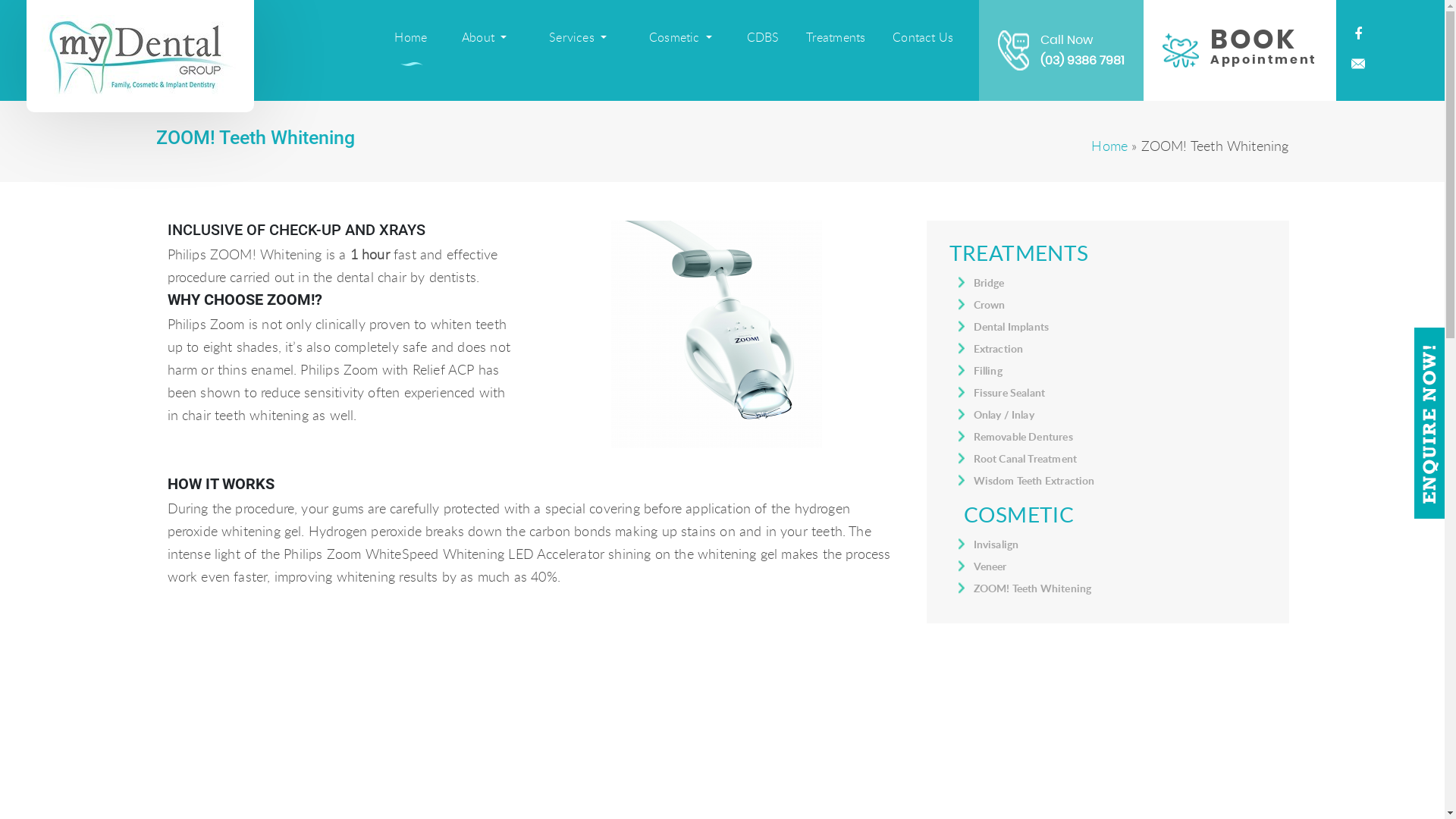  What do you see at coordinates (1357, 64) in the screenshot?
I see `'mail'` at bounding box center [1357, 64].